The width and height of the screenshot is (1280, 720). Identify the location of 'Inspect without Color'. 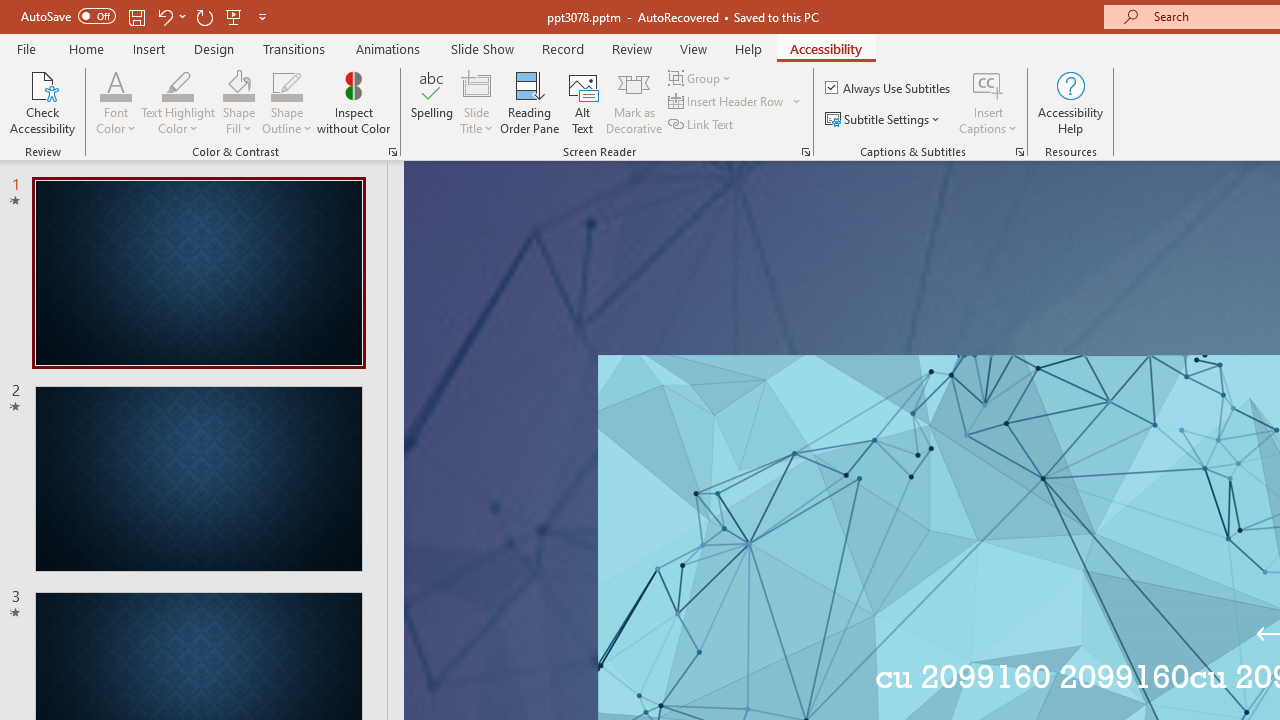
(353, 103).